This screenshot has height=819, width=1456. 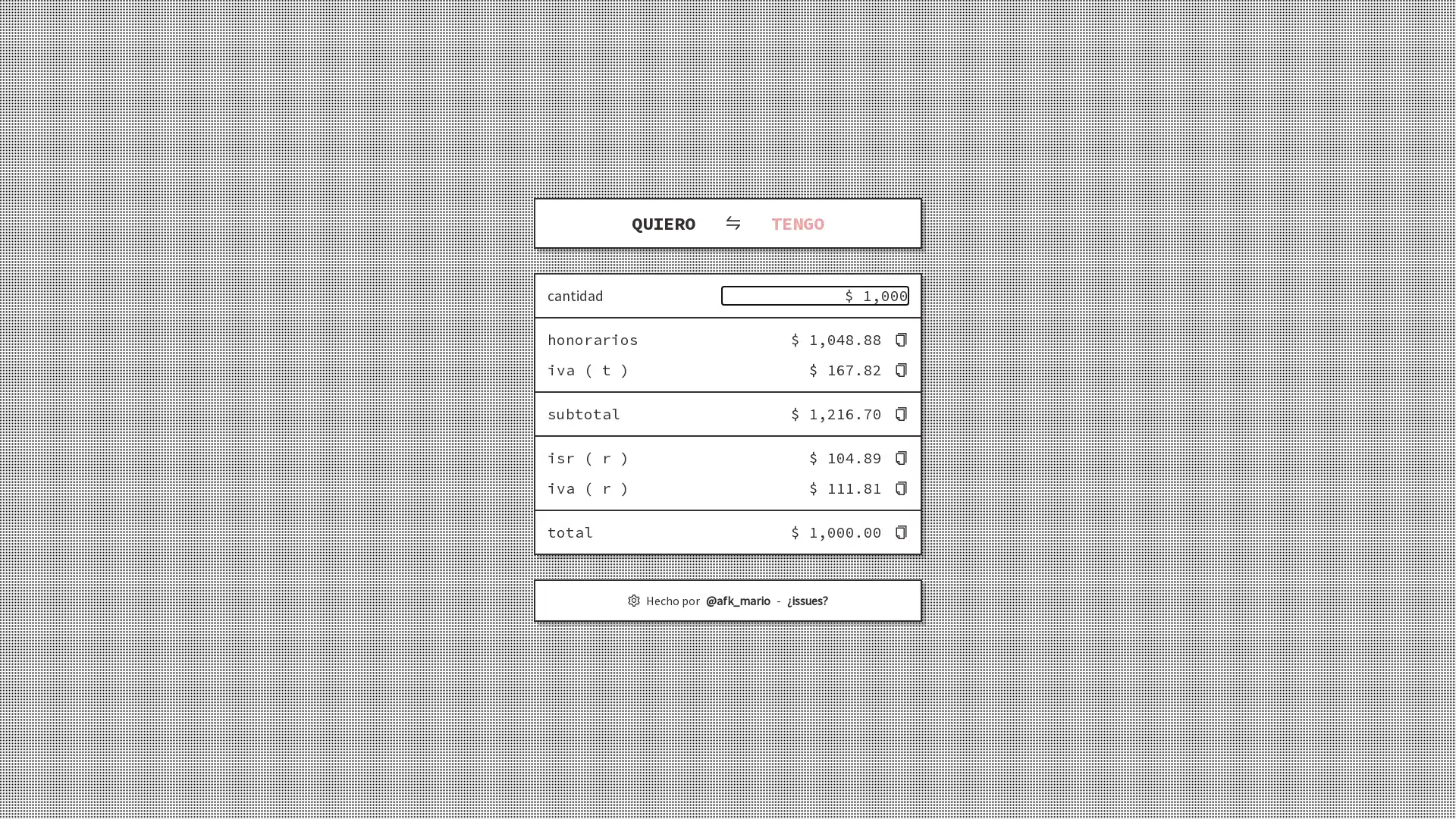 I want to click on isr ( r ) $ 104.89, so click(x=728, y=456).